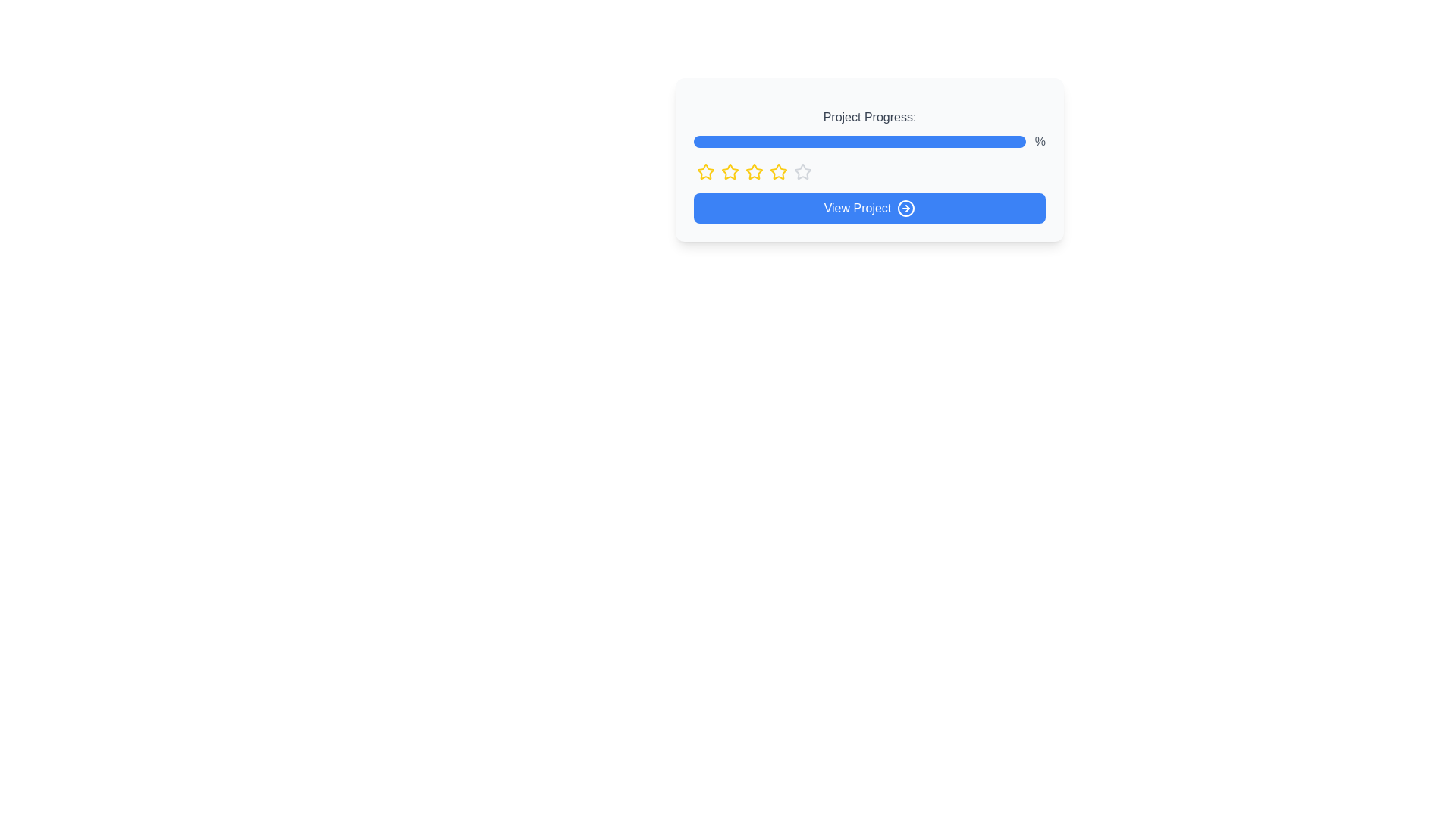  Describe the element at coordinates (1039, 141) in the screenshot. I see `the percentage text element located to the right of the progress bar, which indicates the value displayed by the progress bar` at that location.